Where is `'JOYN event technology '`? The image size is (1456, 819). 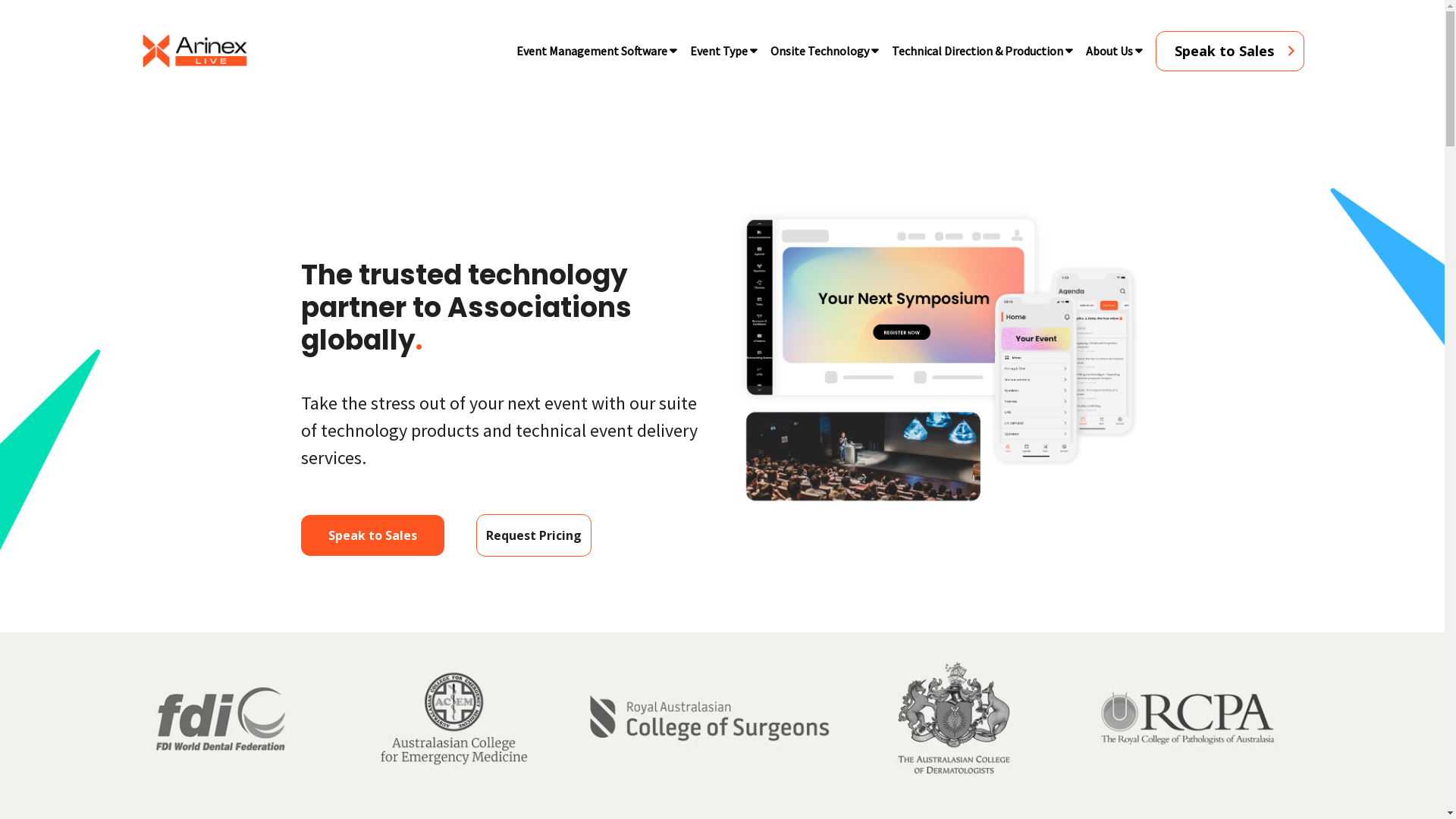 'JOYN event technology ' is located at coordinates (937, 357).